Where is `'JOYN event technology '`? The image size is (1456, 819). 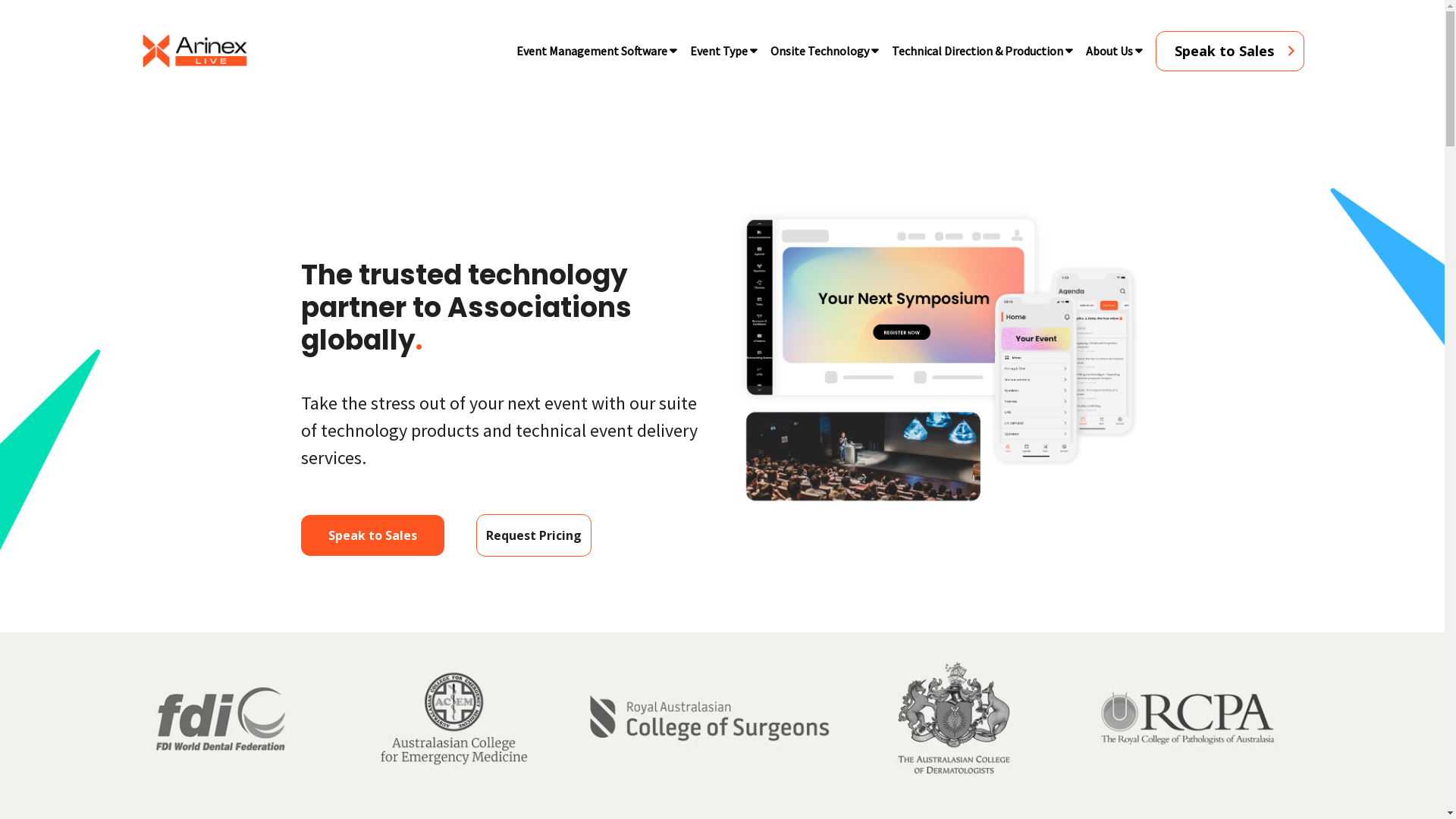 'JOYN event technology ' is located at coordinates (937, 357).